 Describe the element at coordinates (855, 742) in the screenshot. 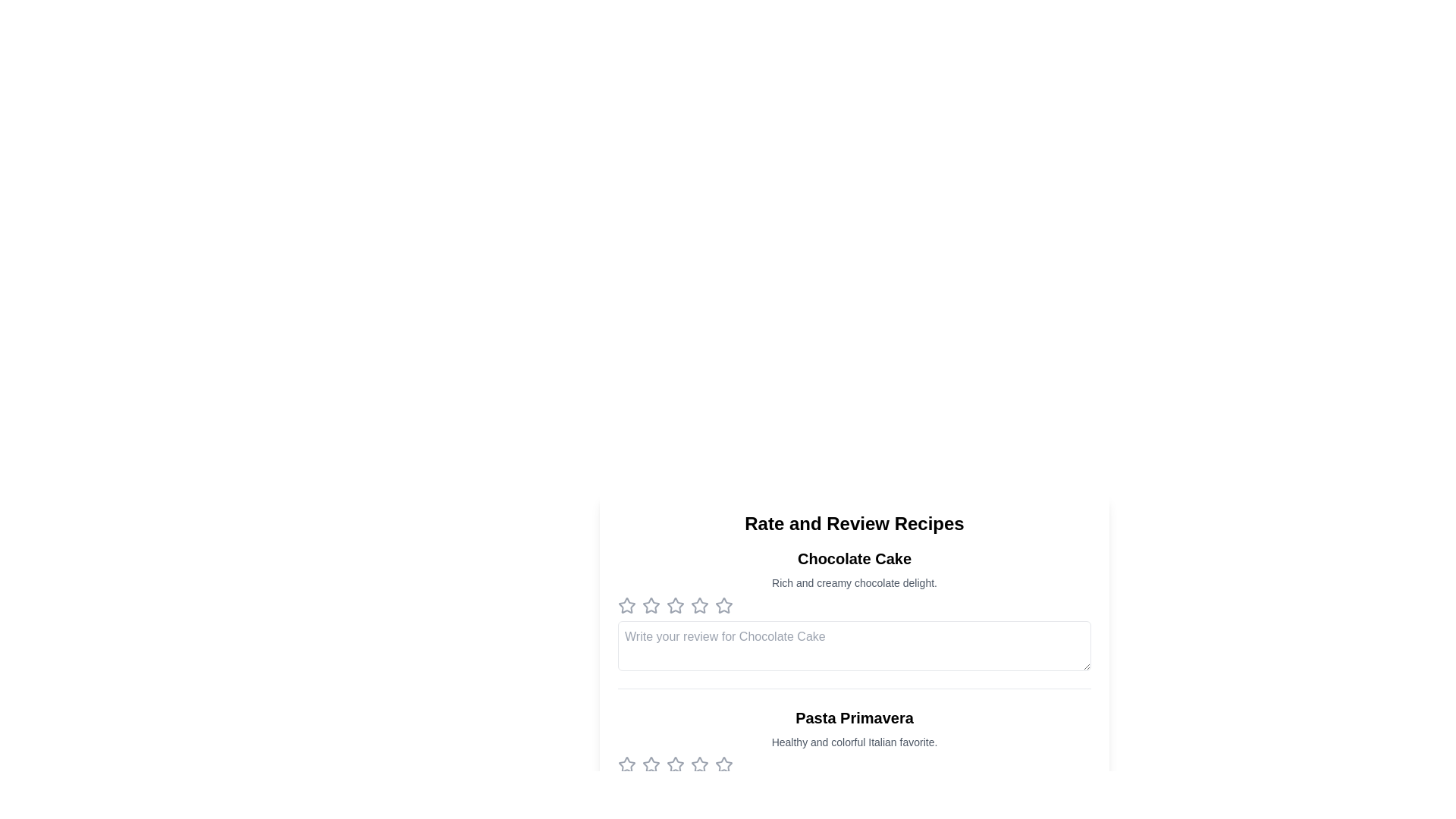

I see `the static text label reading 'Healthy and colorful Italian favorite.' which is positioned directly below the 'Pasta Primavera' title text` at that location.